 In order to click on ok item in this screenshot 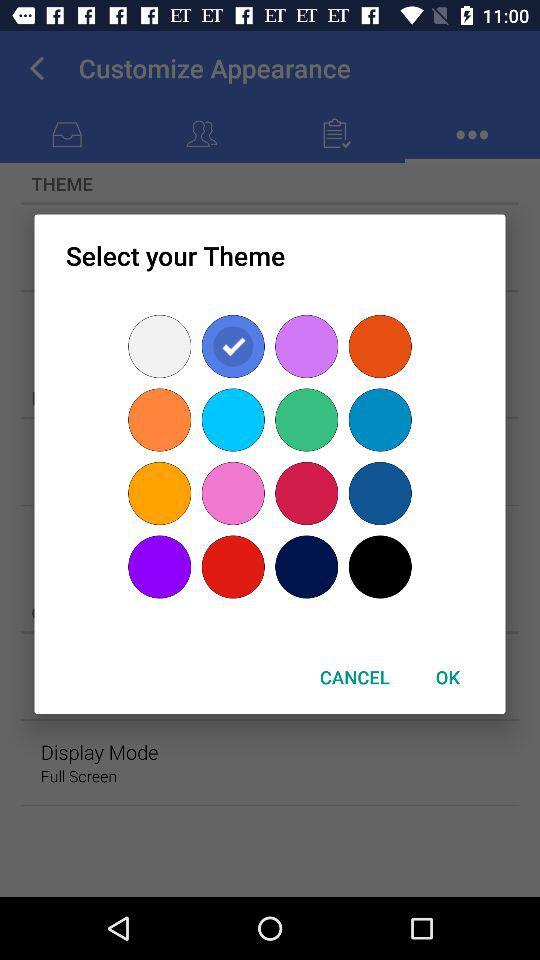, I will do `click(447, 677)`.